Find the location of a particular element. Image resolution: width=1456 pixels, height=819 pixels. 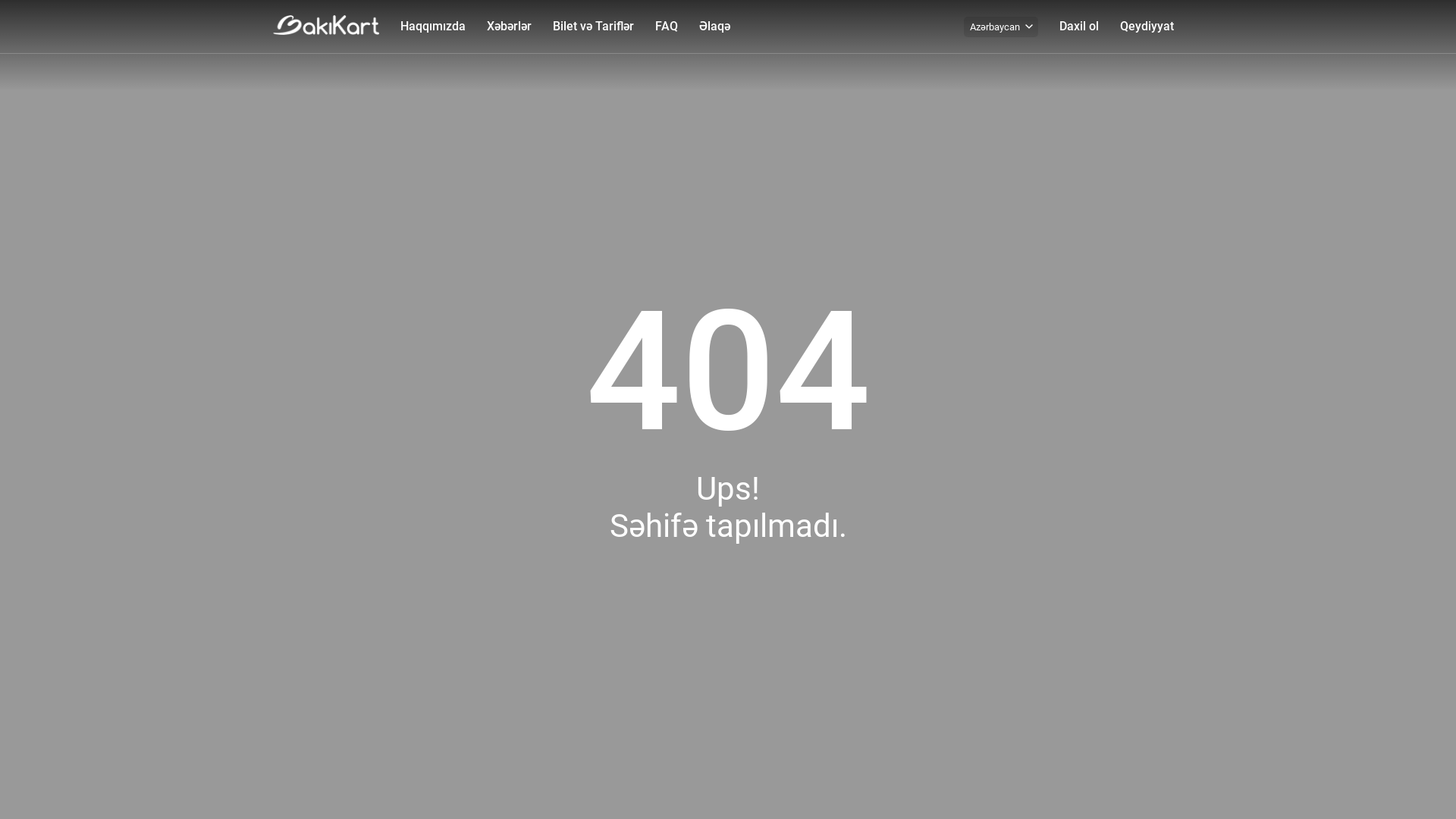

'Qeydiyyat' is located at coordinates (1147, 26).